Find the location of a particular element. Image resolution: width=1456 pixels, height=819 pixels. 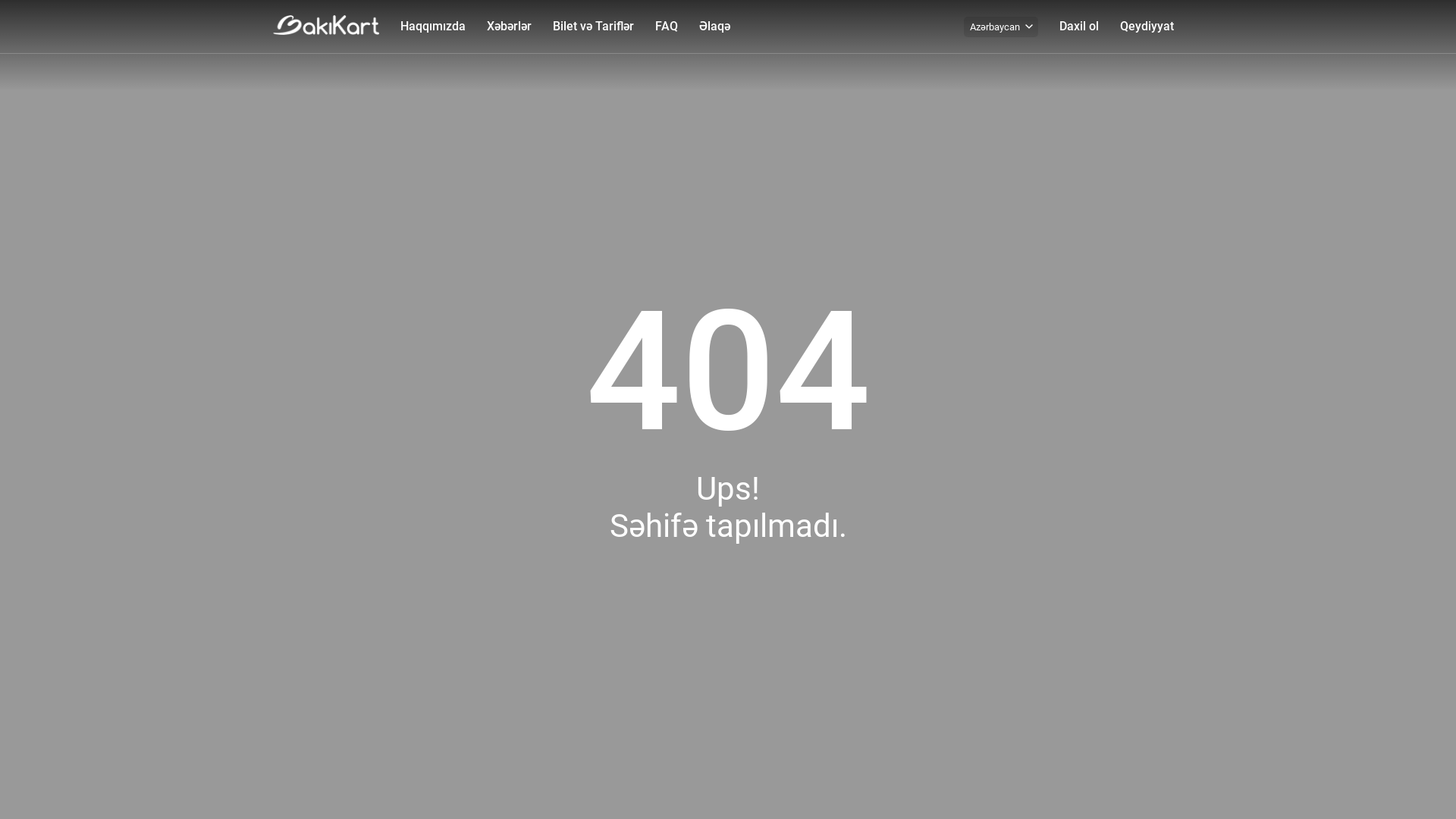

'Qeydiyyat' is located at coordinates (1147, 26).